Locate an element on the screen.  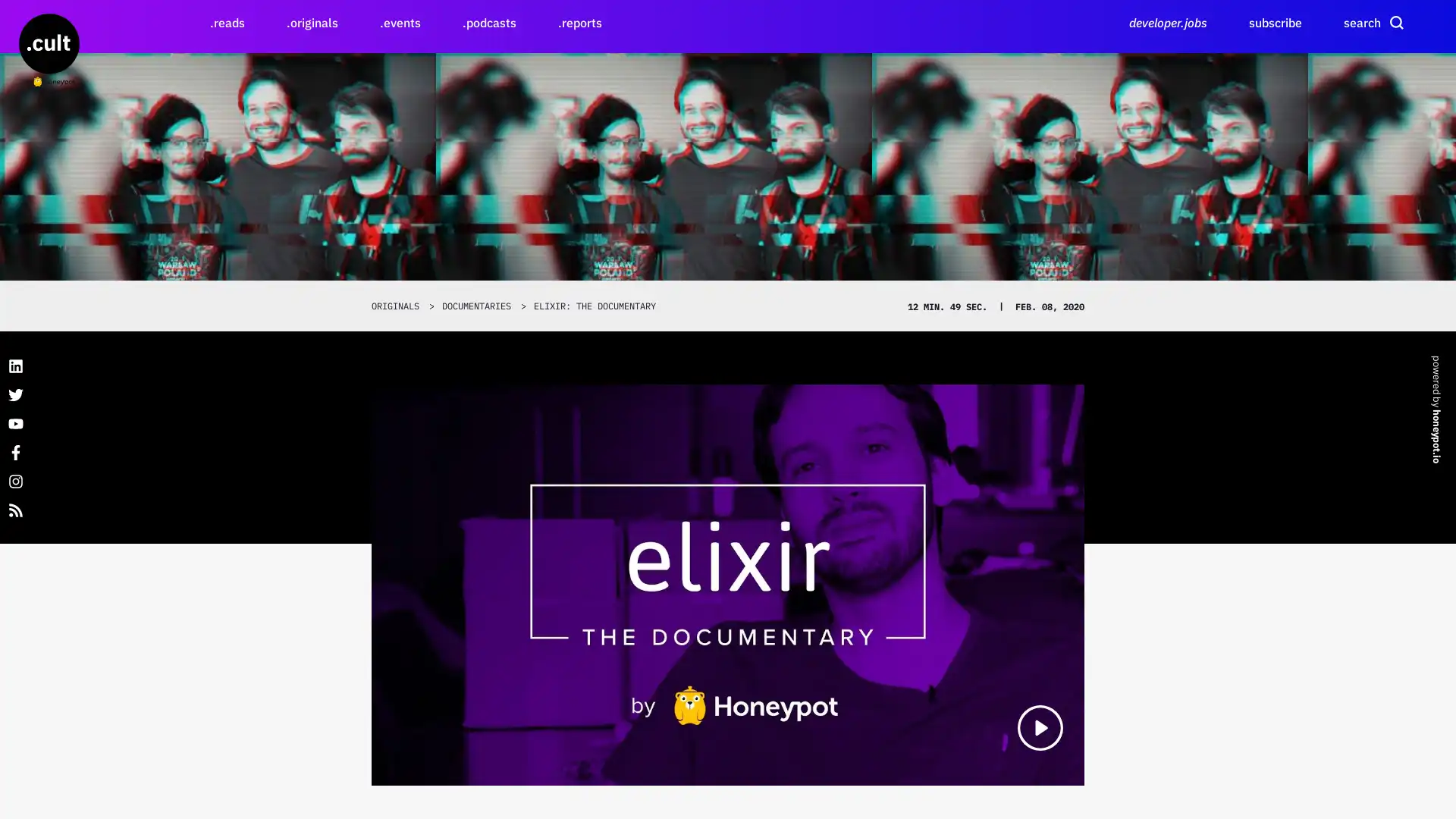
Elixir: The Documentary is located at coordinates (728, 584).